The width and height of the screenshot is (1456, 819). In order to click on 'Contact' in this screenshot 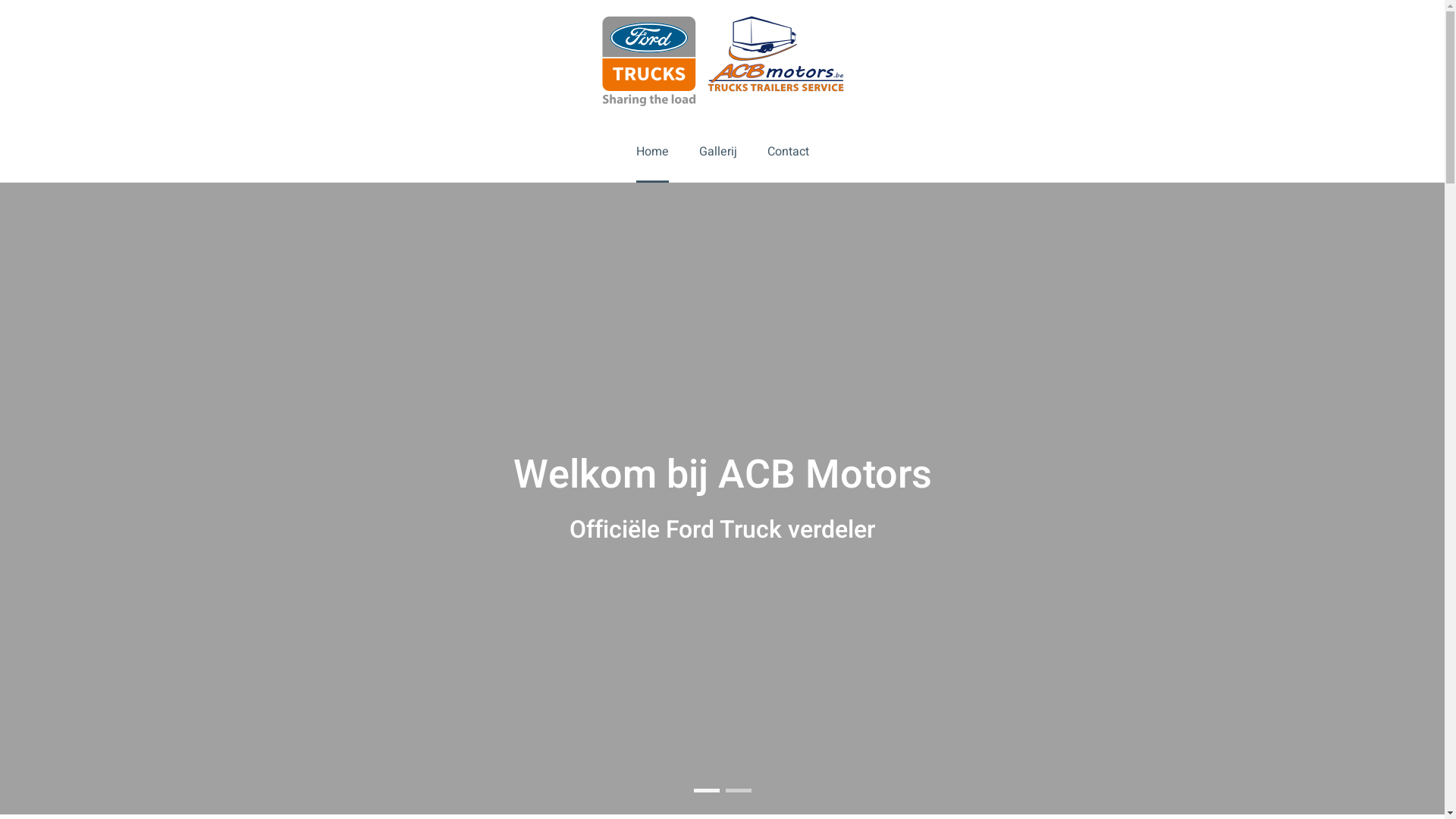, I will do `click(788, 152)`.